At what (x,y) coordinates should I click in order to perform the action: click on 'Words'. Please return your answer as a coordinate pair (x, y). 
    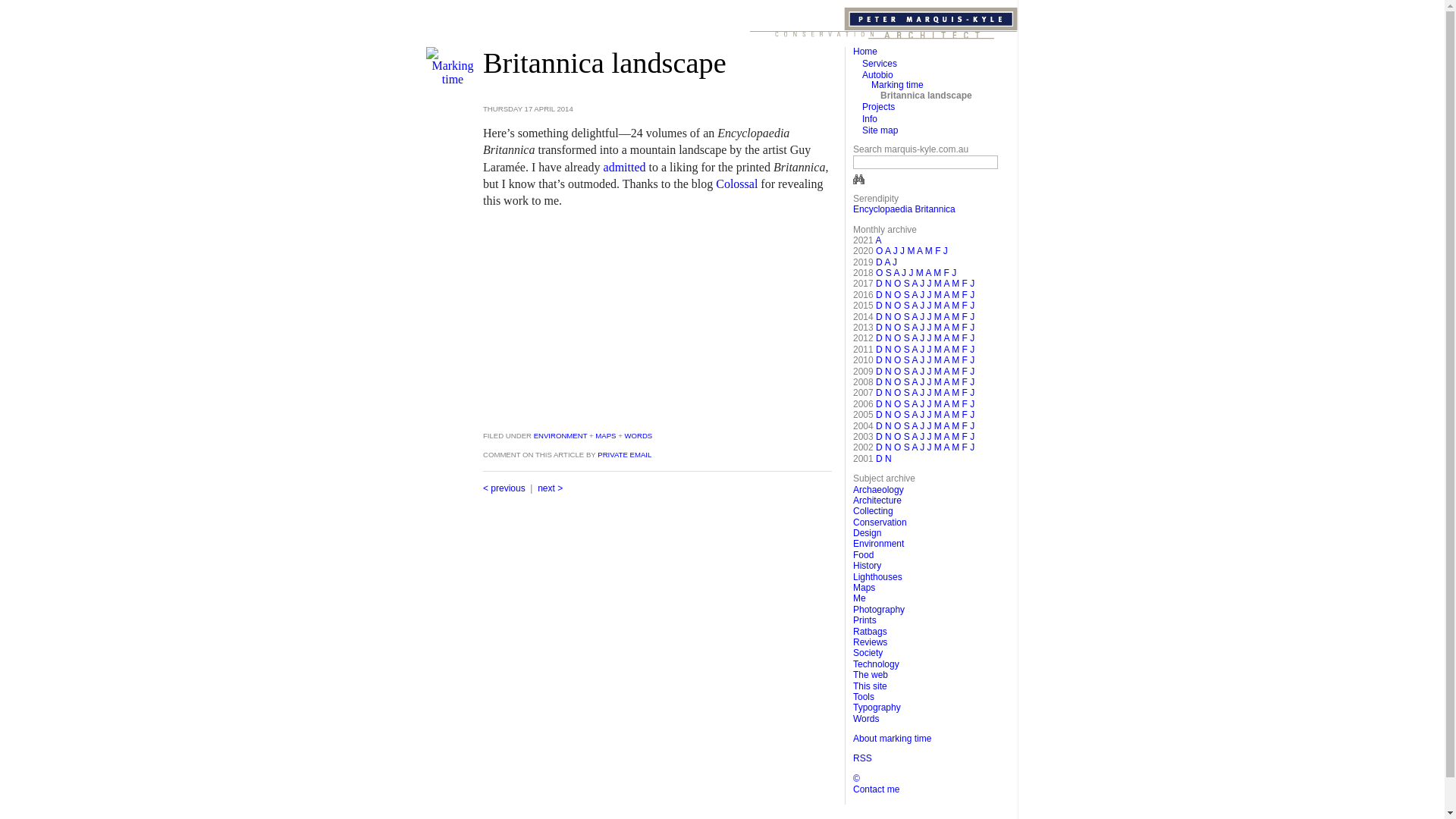
    Looking at the image, I should click on (866, 718).